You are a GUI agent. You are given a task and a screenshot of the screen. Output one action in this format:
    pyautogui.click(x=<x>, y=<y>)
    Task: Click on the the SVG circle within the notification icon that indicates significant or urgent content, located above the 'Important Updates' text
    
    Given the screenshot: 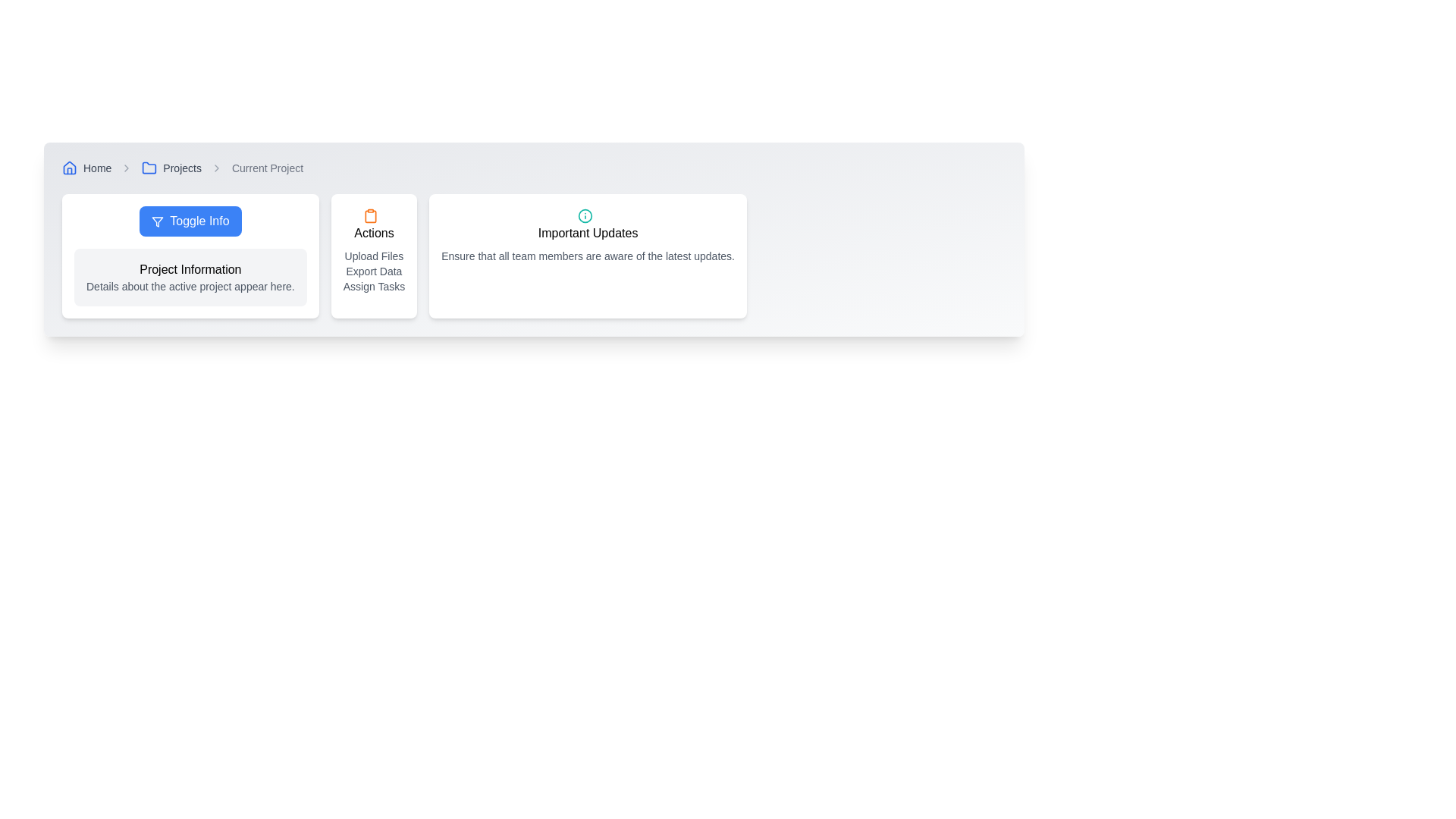 What is the action you would take?
    pyautogui.click(x=584, y=215)
    